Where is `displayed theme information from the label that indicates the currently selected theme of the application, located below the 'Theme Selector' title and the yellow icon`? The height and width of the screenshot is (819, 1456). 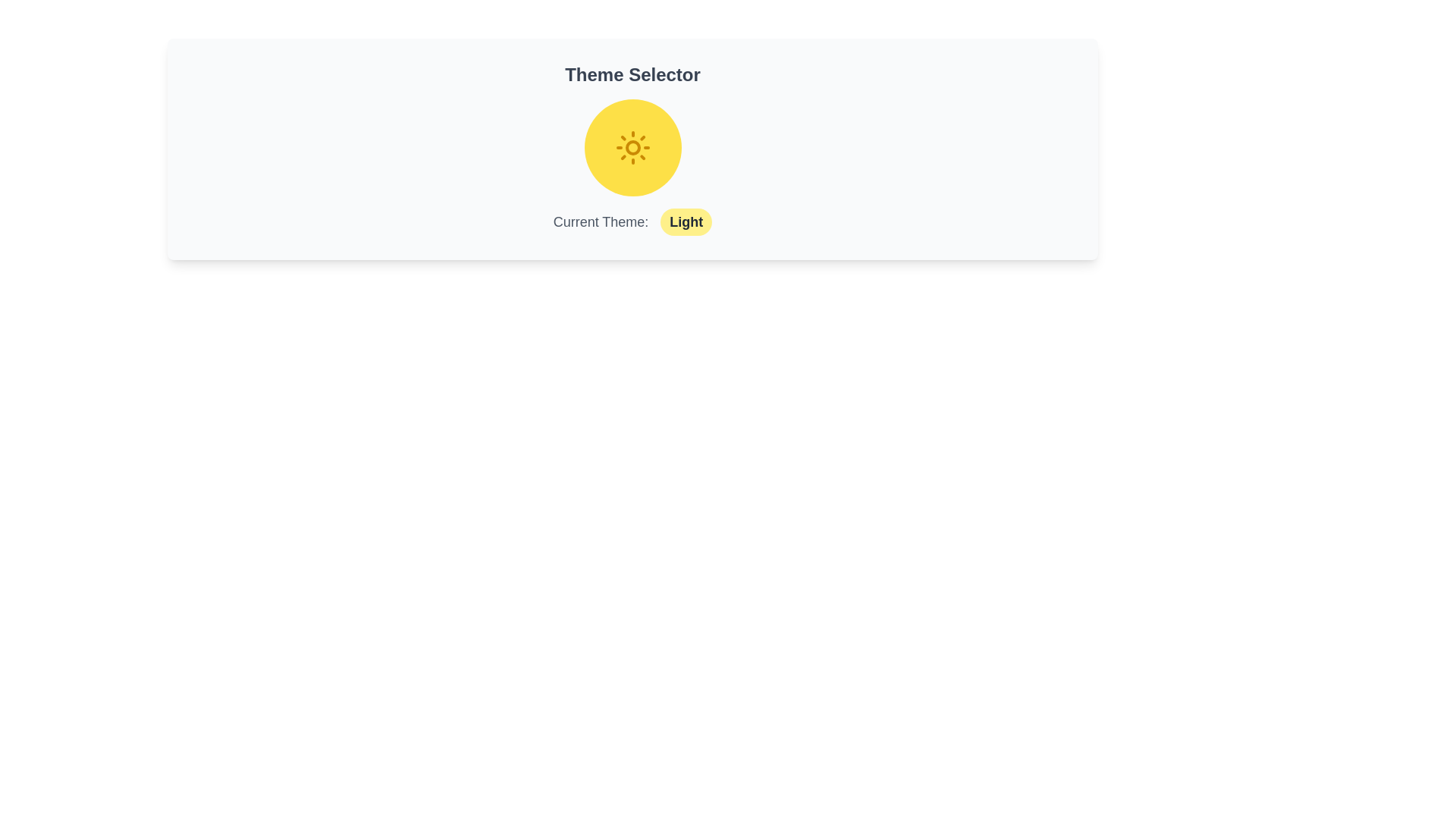 displayed theme information from the label that indicates the currently selected theme of the application, located below the 'Theme Selector' title and the yellow icon is located at coordinates (632, 222).